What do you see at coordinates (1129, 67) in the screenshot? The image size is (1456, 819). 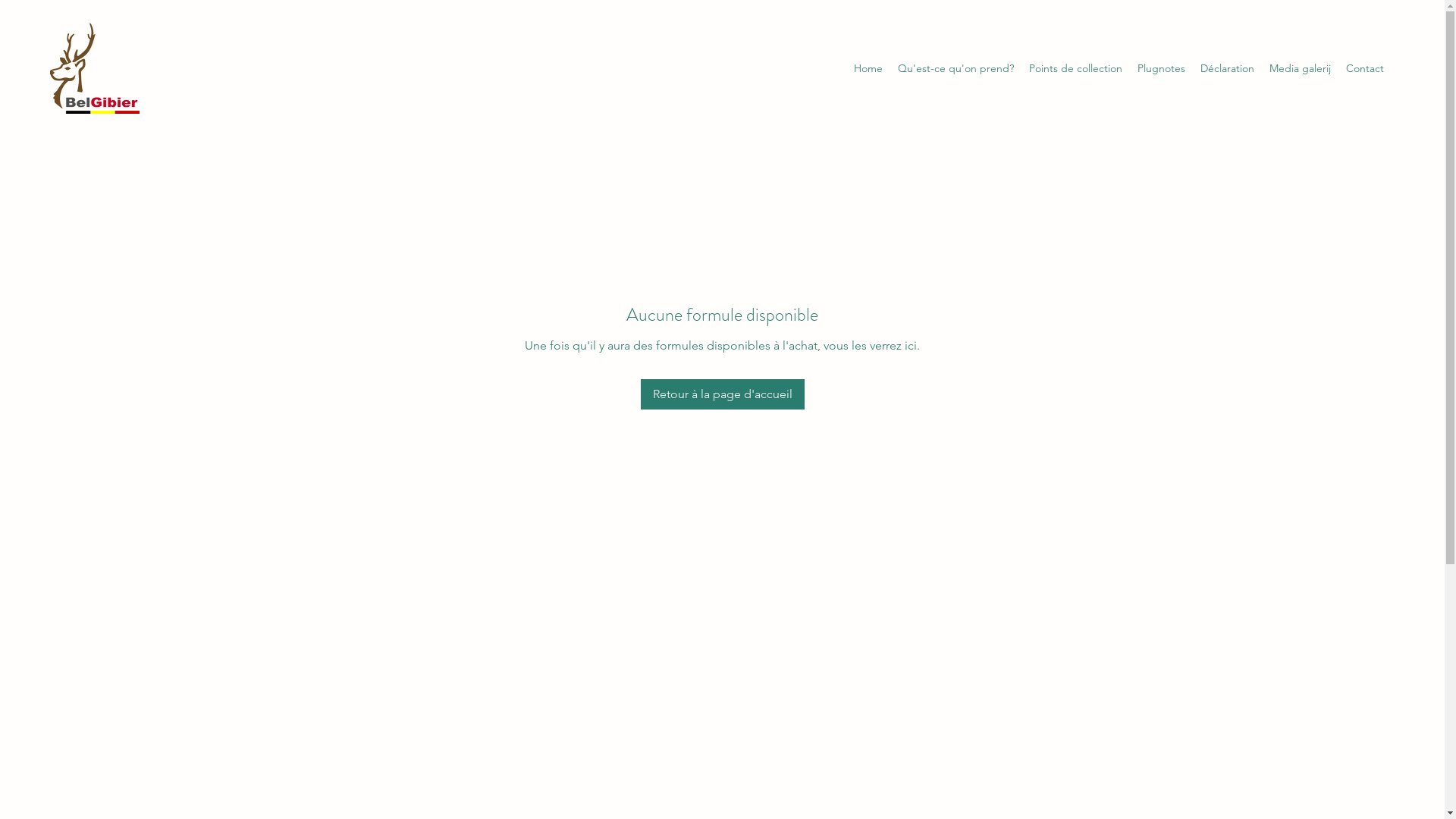 I see `'Plugnotes'` at bounding box center [1129, 67].